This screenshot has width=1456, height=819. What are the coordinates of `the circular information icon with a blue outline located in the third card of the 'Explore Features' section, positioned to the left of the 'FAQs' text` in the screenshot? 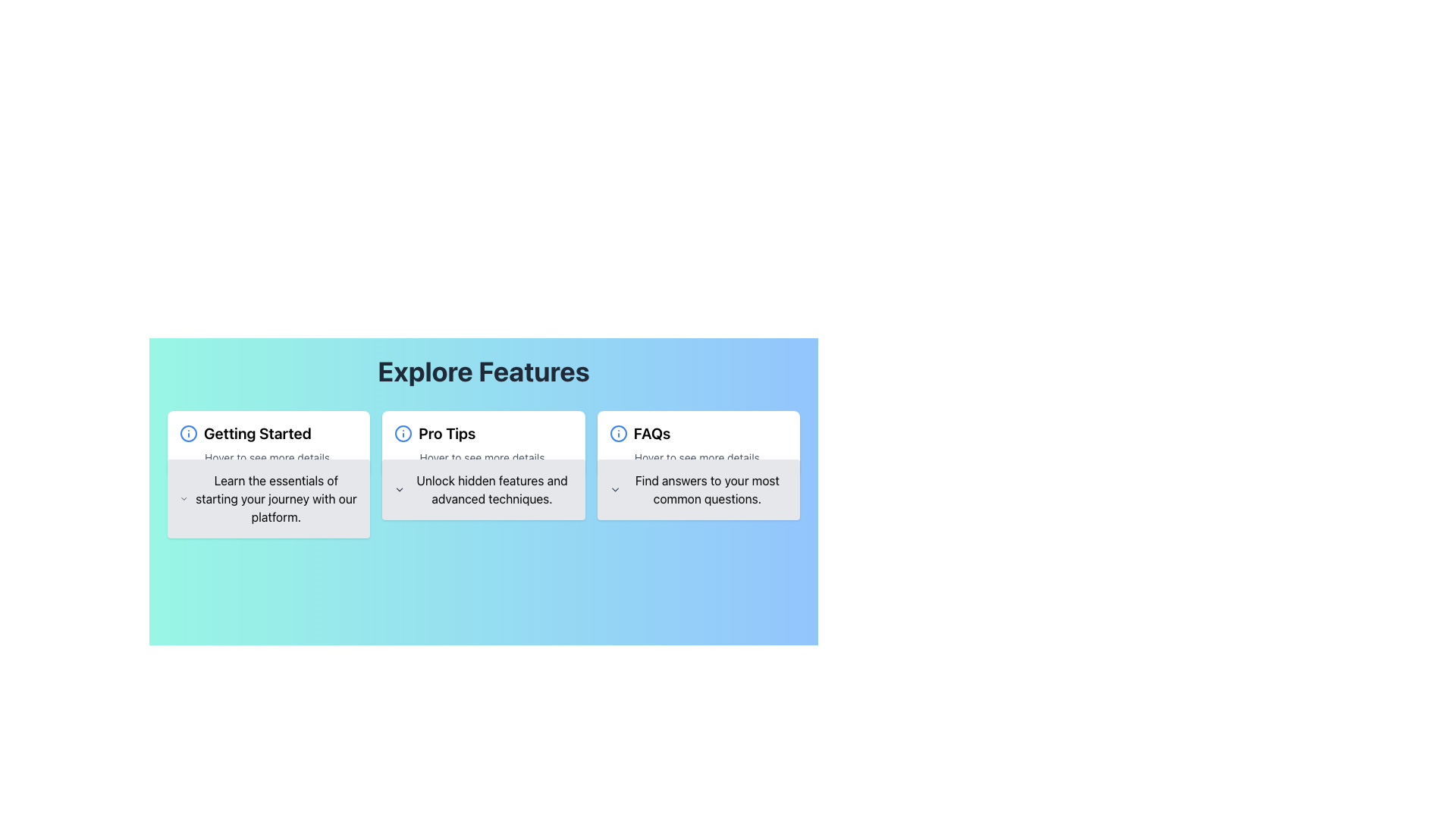 It's located at (618, 433).